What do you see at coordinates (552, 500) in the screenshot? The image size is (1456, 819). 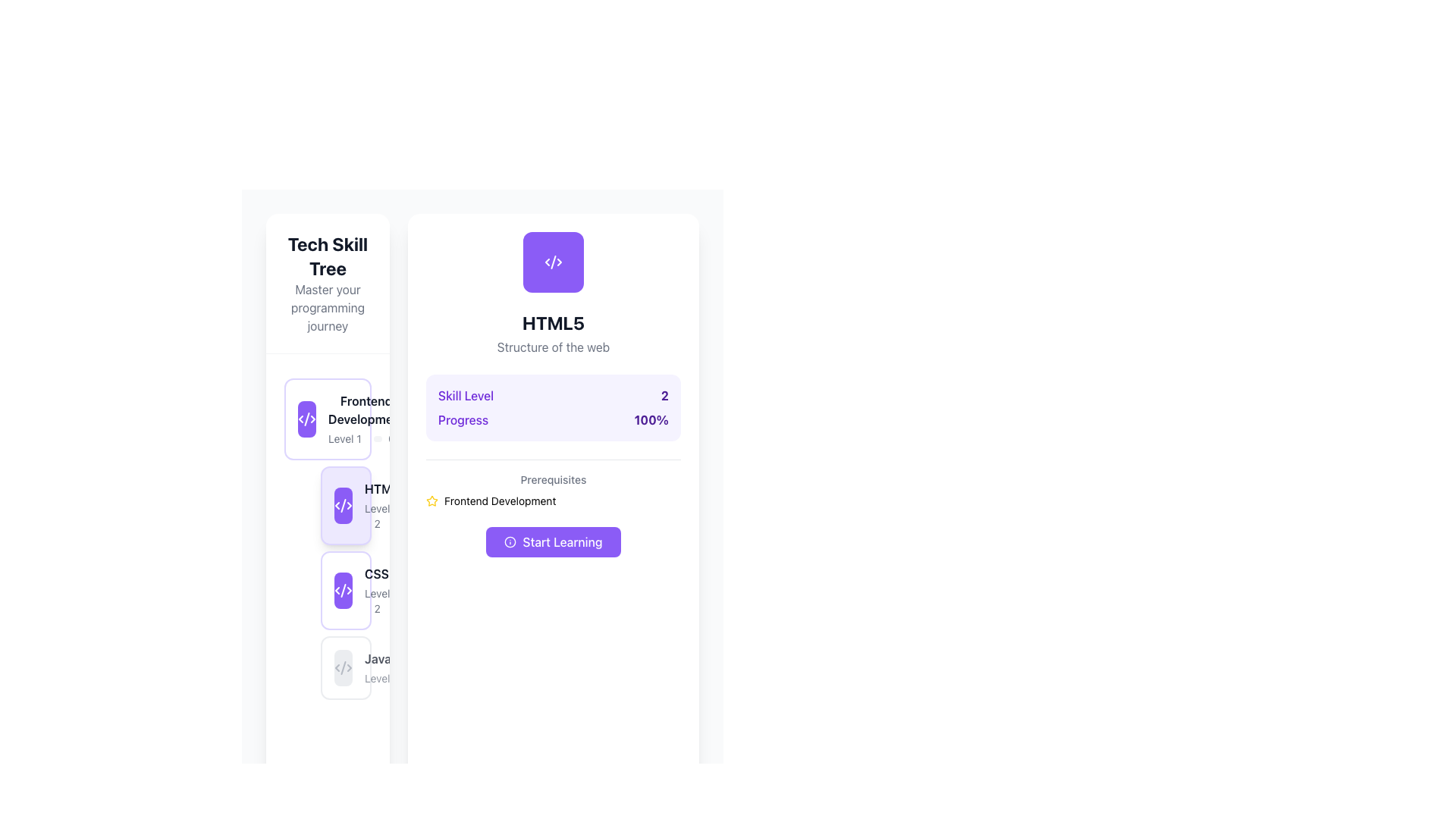 I see `text of the 'Frontend Development' prerequisite label located in the prerequisites section of the HTML5 skill description card, positioned above the 'Start Learning' button` at bounding box center [552, 500].